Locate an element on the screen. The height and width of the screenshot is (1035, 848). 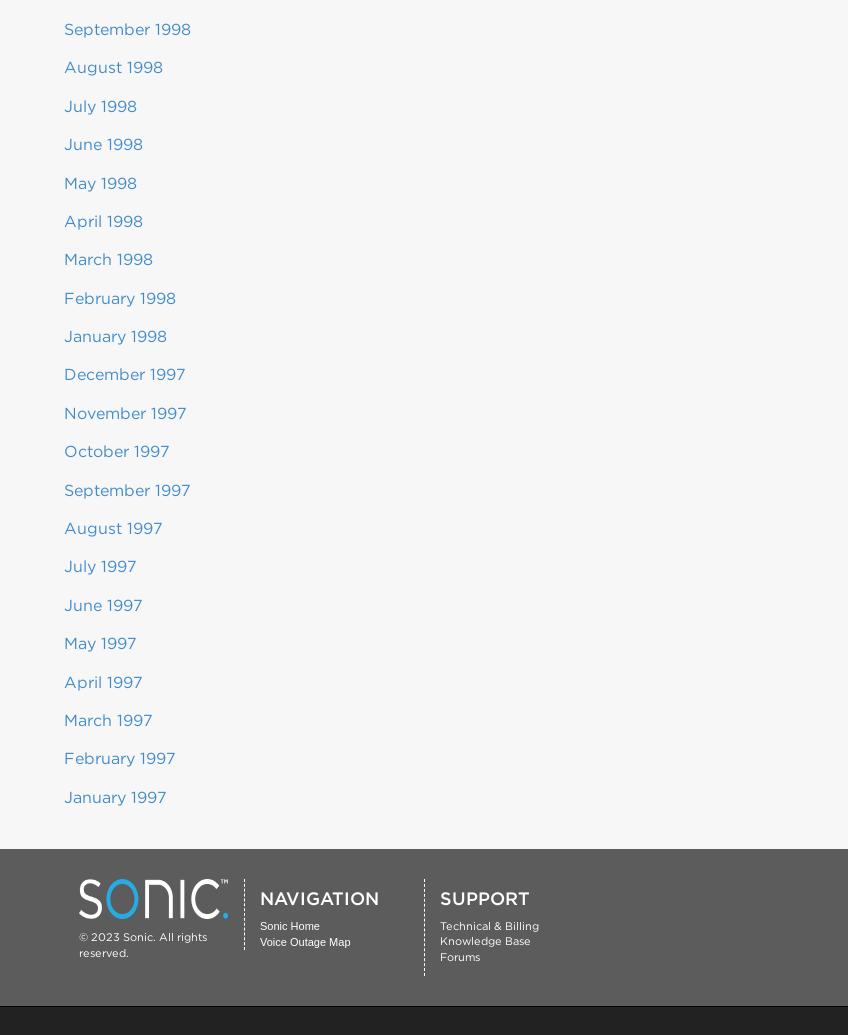
'June 1998' is located at coordinates (103, 144).